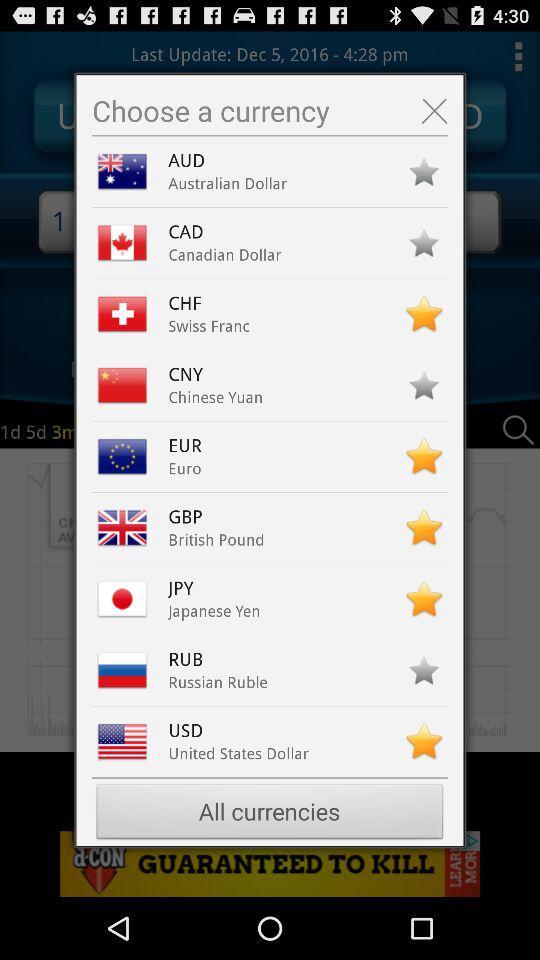  What do you see at coordinates (208, 326) in the screenshot?
I see `the swiss franc app` at bounding box center [208, 326].